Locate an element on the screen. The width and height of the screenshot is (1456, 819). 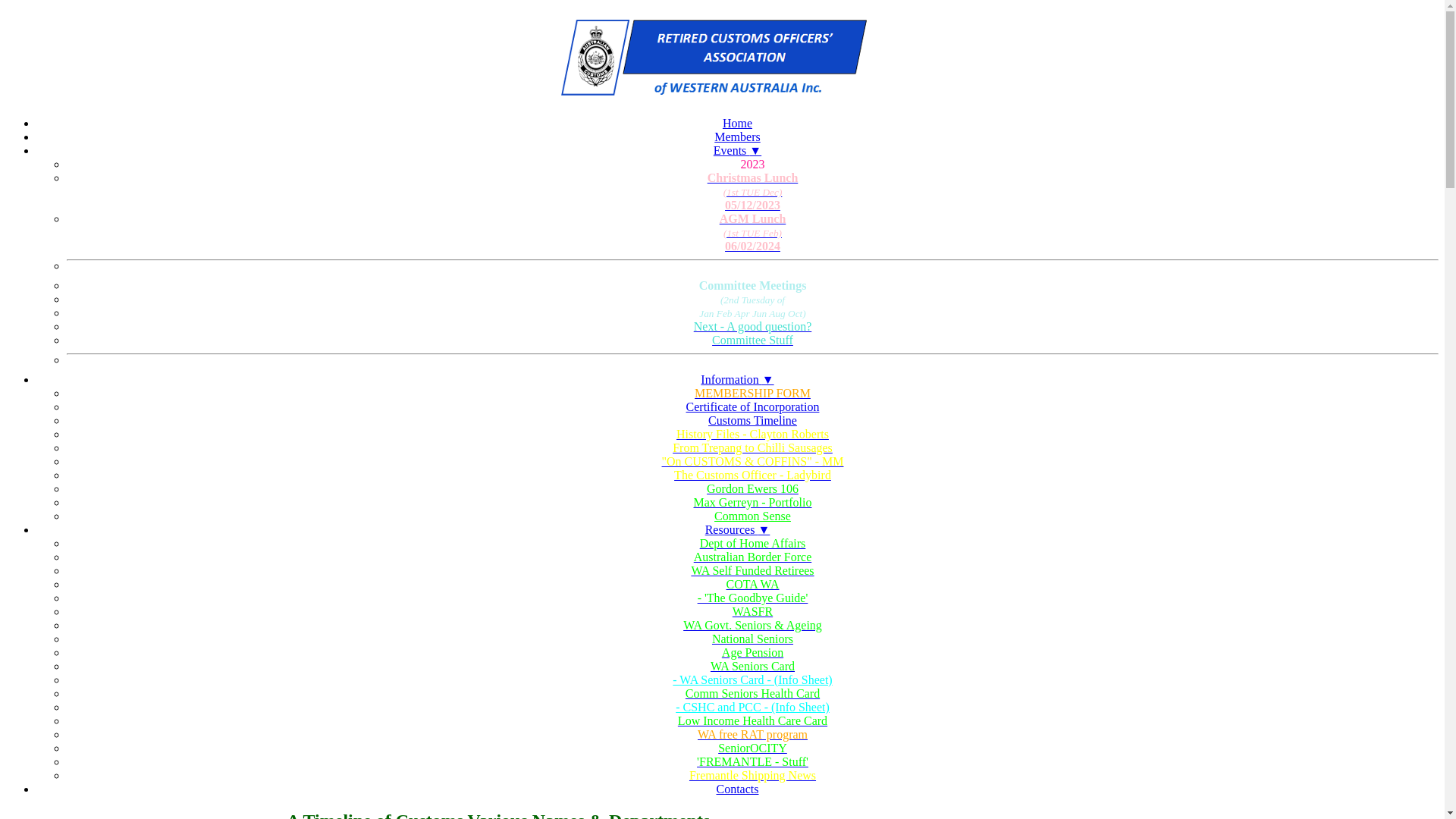
'Gordon Ewers 106' is located at coordinates (752, 488).